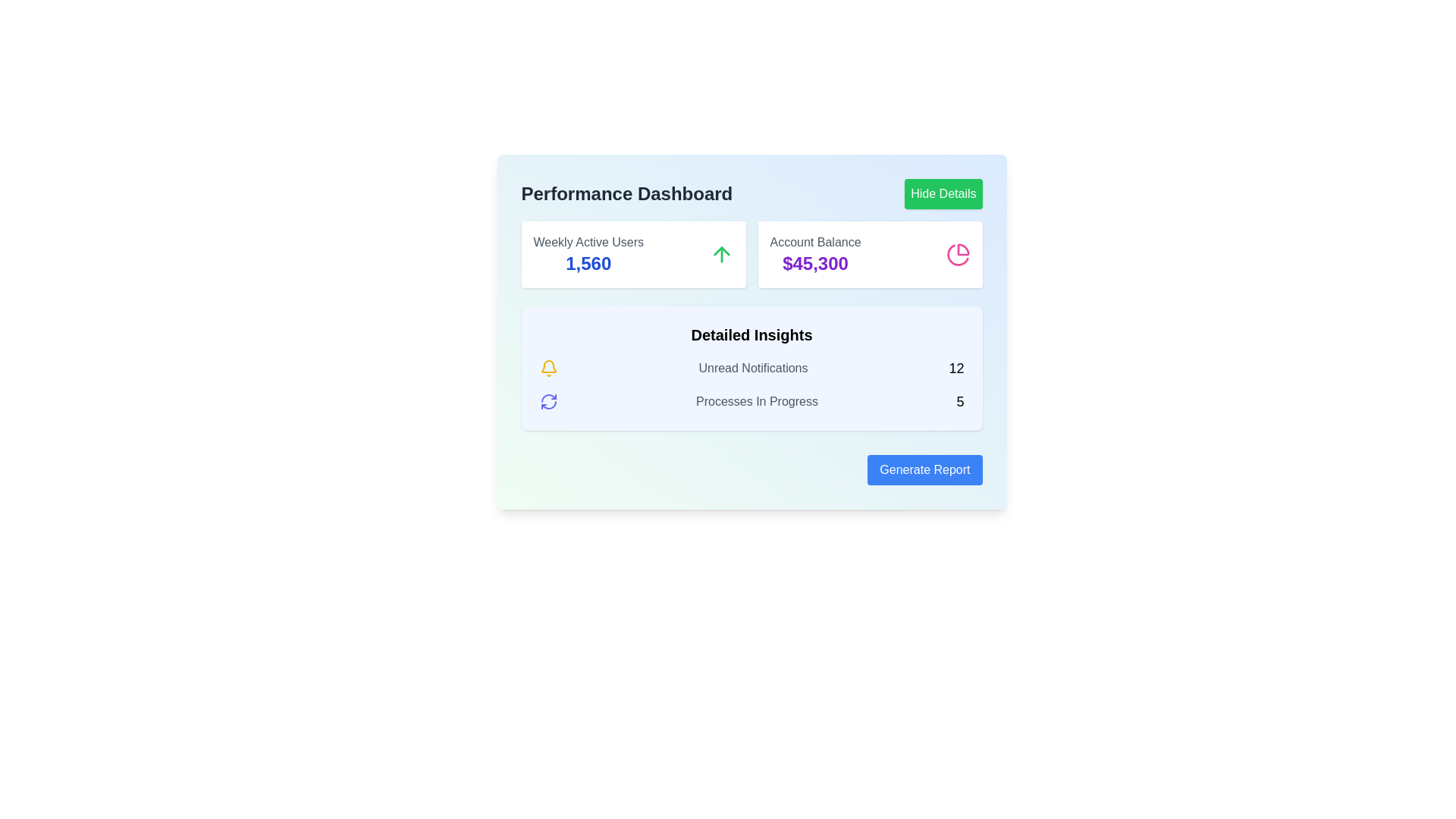 Image resolution: width=1456 pixels, height=819 pixels. Describe the element at coordinates (957, 253) in the screenshot. I see `the pink pie-chart icon located to the far right of the 'Account Balance' section to interact with chart-related functionalities` at that location.